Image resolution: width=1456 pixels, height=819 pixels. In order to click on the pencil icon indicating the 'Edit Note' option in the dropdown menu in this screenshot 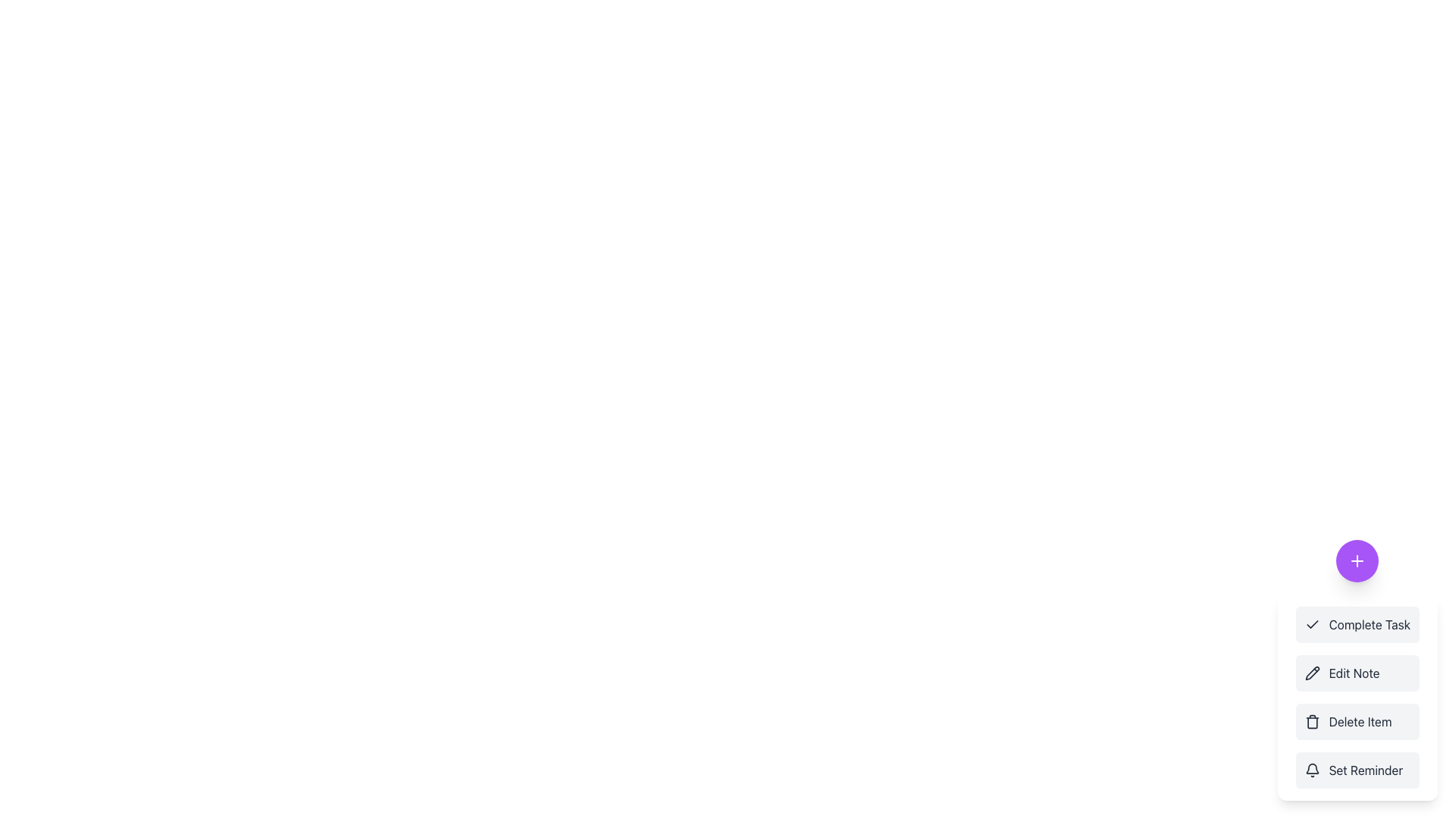, I will do `click(1311, 672)`.